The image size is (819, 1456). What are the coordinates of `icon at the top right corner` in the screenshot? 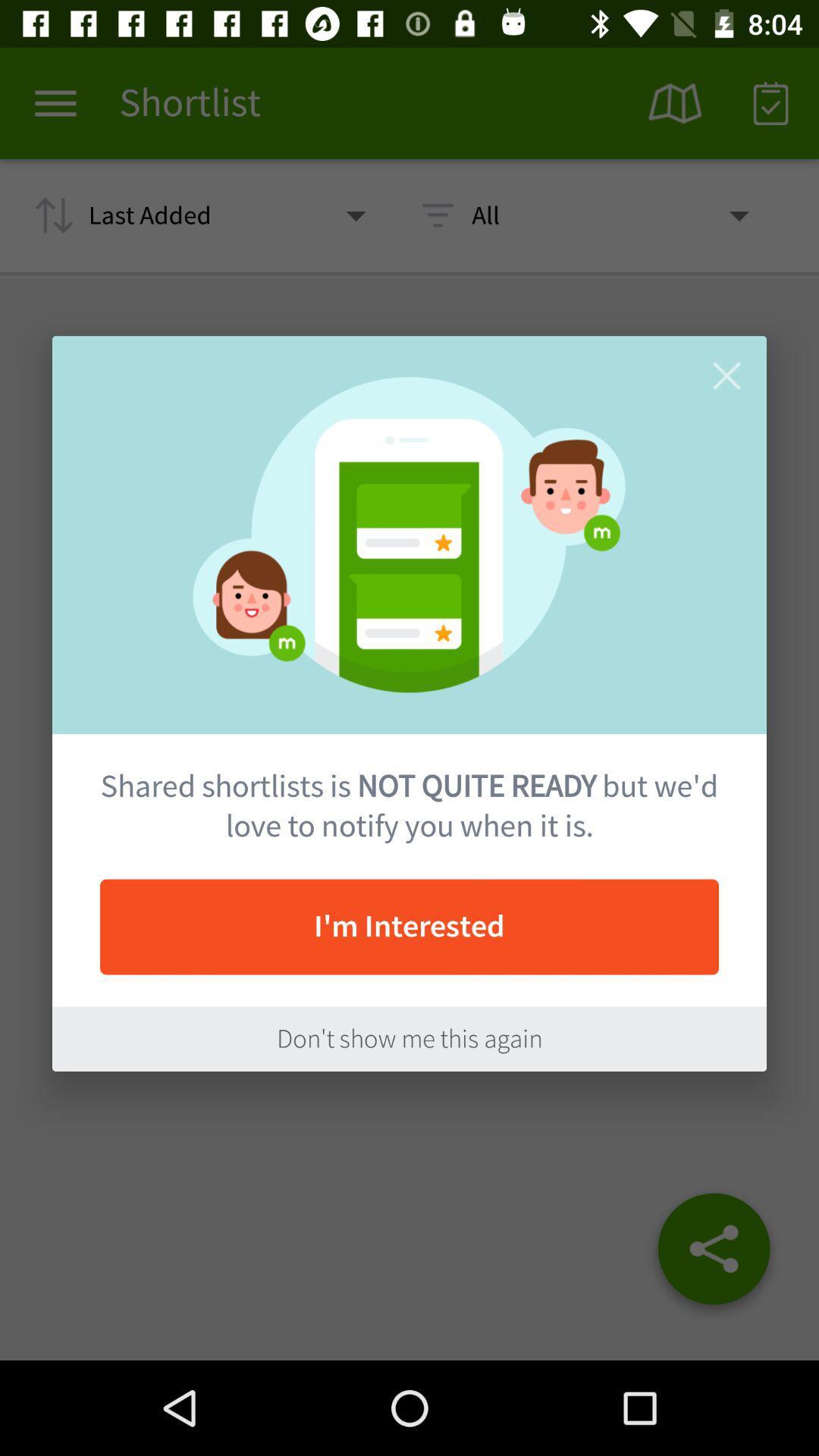 It's located at (726, 375).